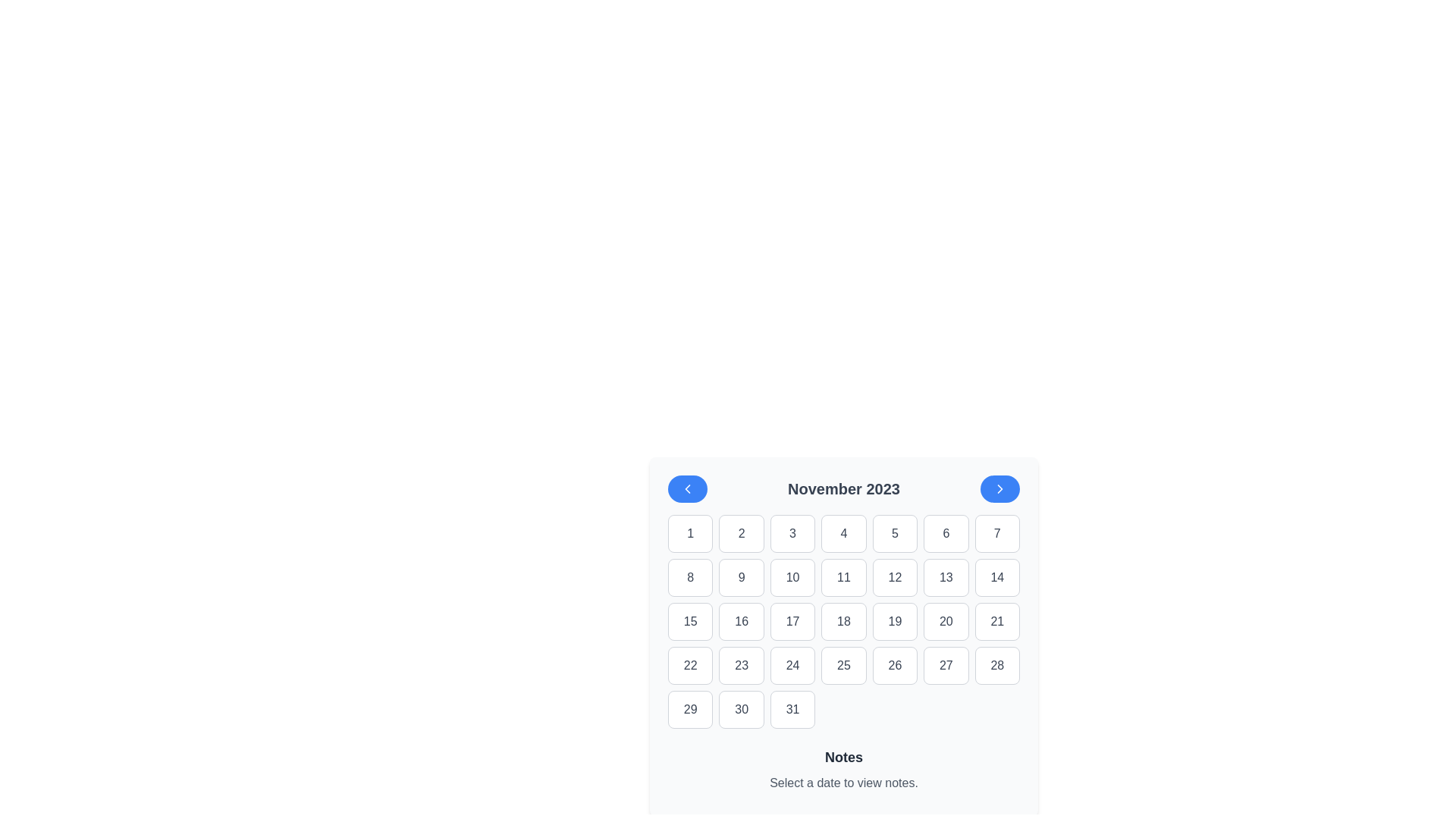 The width and height of the screenshot is (1456, 819). I want to click on the small, square-shaped button with rounded corners displaying the number '19' to trigger hover effects, so click(895, 622).